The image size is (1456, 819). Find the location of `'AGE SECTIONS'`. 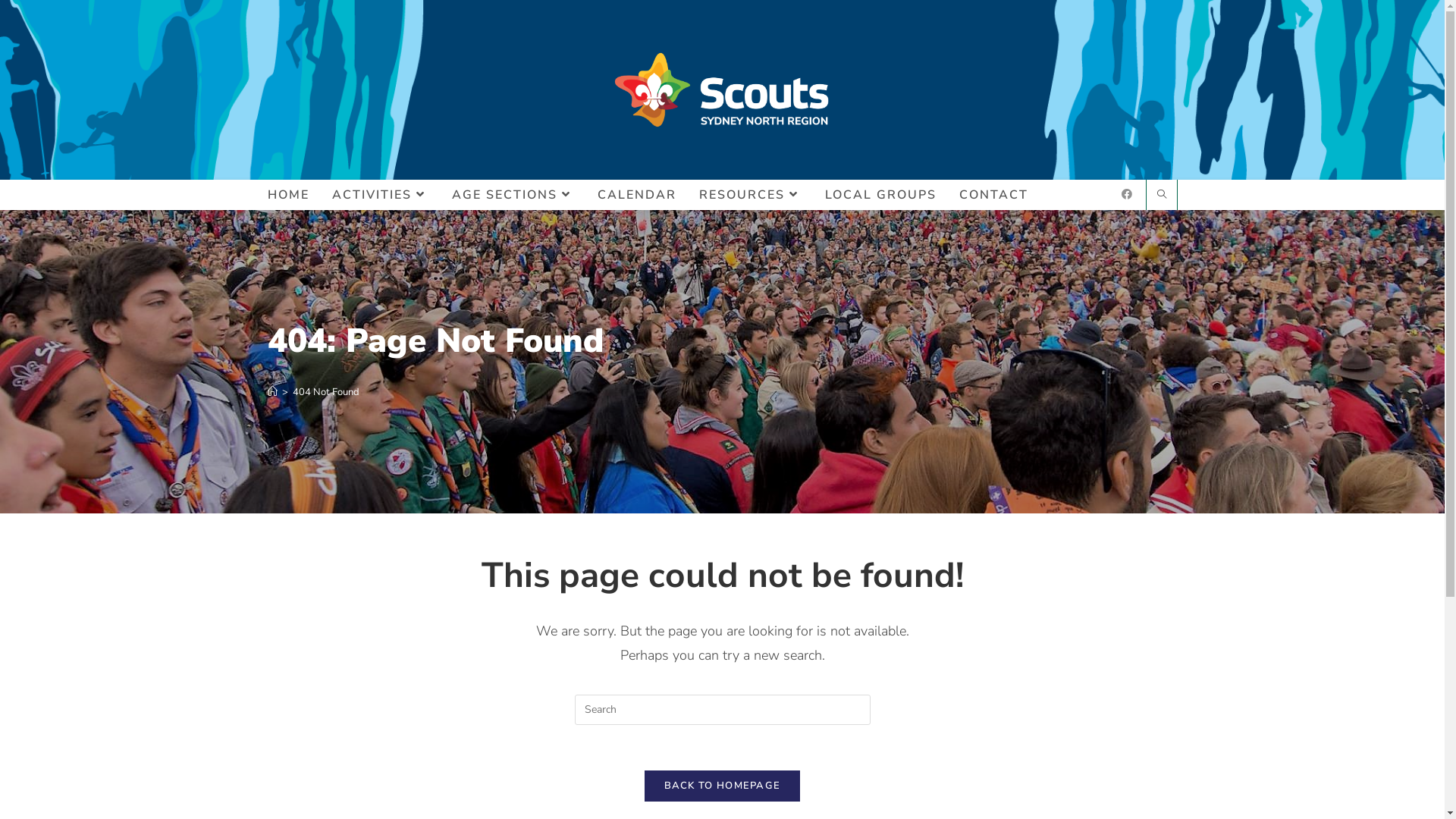

'AGE SECTIONS' is located at coordinates (439, 194).